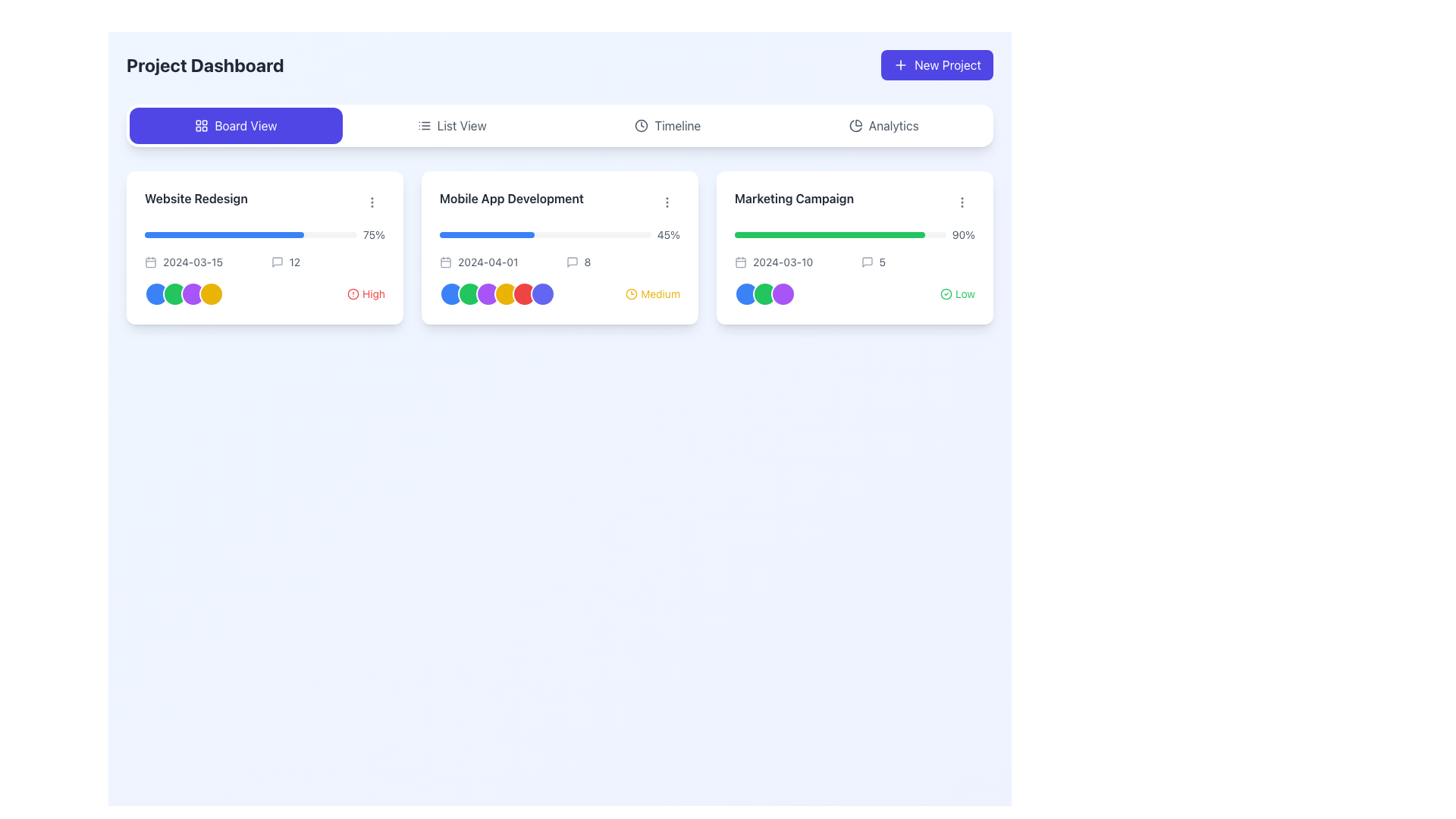  Describe the element at coordinates (461, 124) in the screenshot. I see `text of the label that signifies the list-based view mode option, located in the navigation bar after the 'Board View' button and before the 'Timeline' and 'Analytics' options` at that location.